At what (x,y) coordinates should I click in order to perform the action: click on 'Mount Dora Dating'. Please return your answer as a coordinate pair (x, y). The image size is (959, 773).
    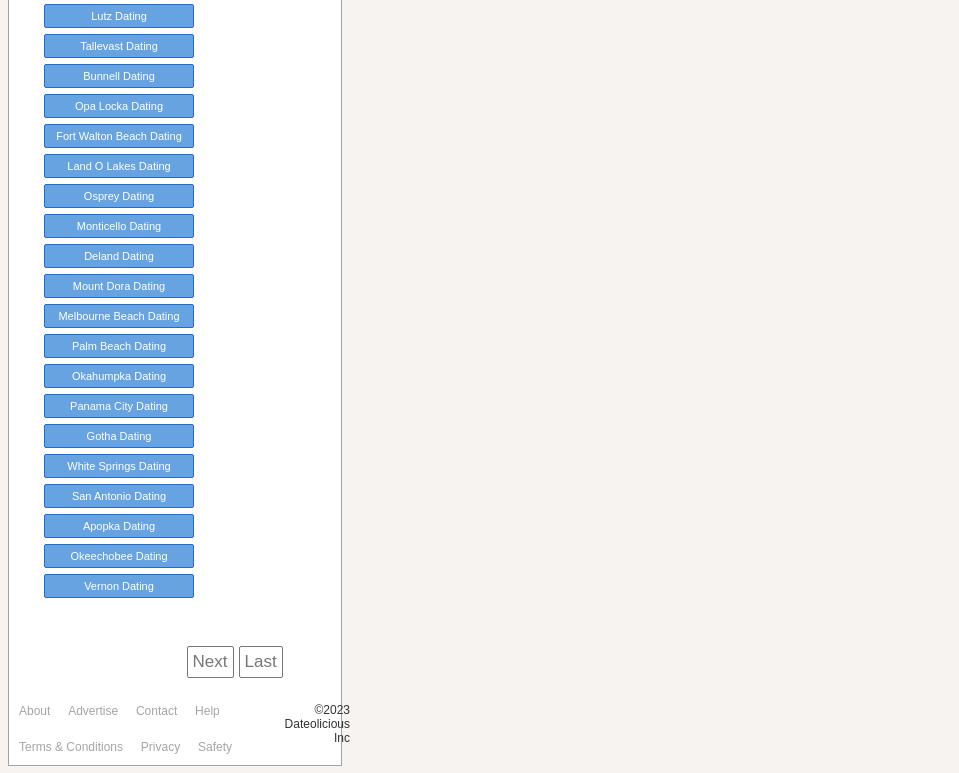
    Looking at the image, I should click on (118, 286).